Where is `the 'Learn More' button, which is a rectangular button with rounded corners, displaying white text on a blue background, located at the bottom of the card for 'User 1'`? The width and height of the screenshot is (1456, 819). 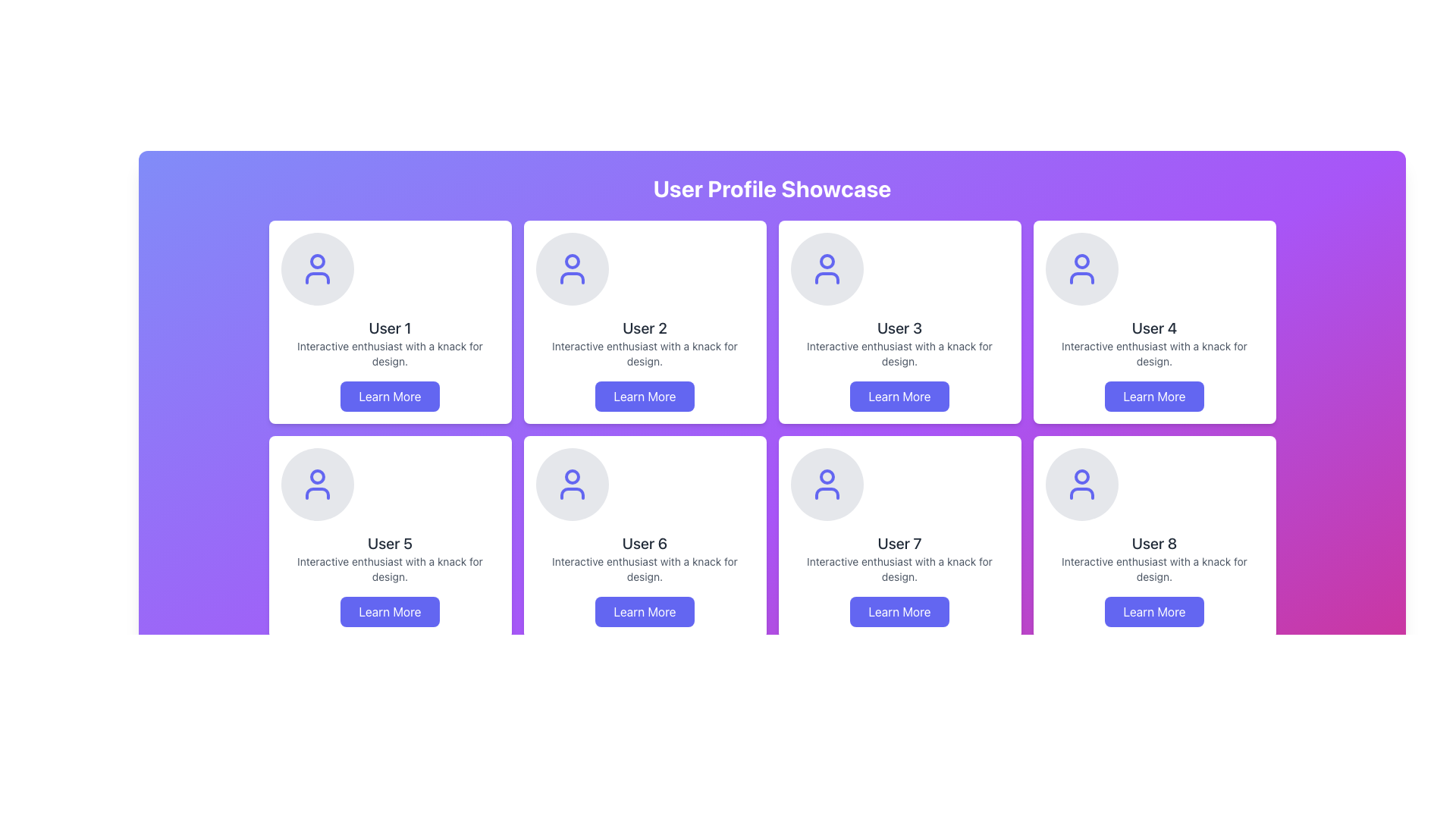 the 'Learn More' button, which is a rectangular button with rounded corners, displaying white text on a blue background, located at the bottom of the card for 'User 1' is located at coordinates (390, 396).